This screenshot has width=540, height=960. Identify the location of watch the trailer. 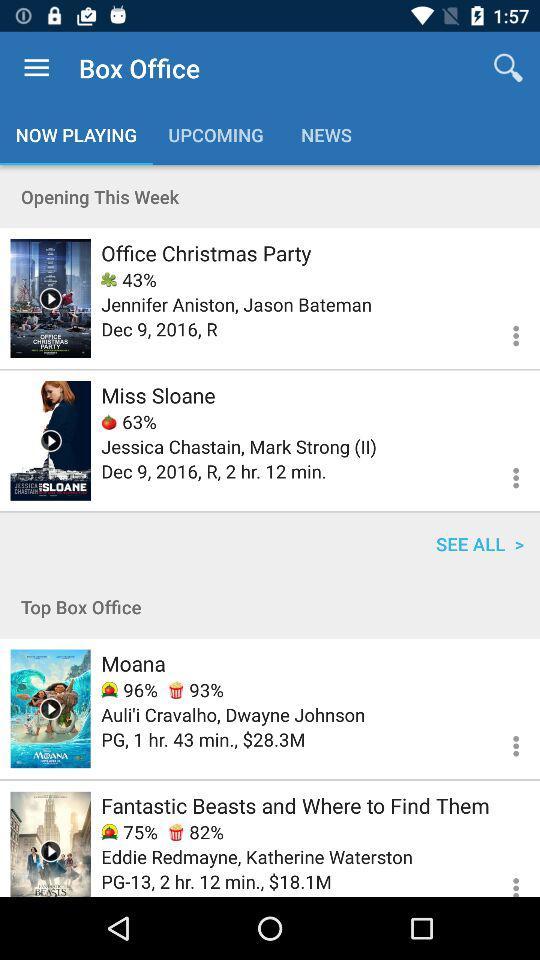
(50, 843).